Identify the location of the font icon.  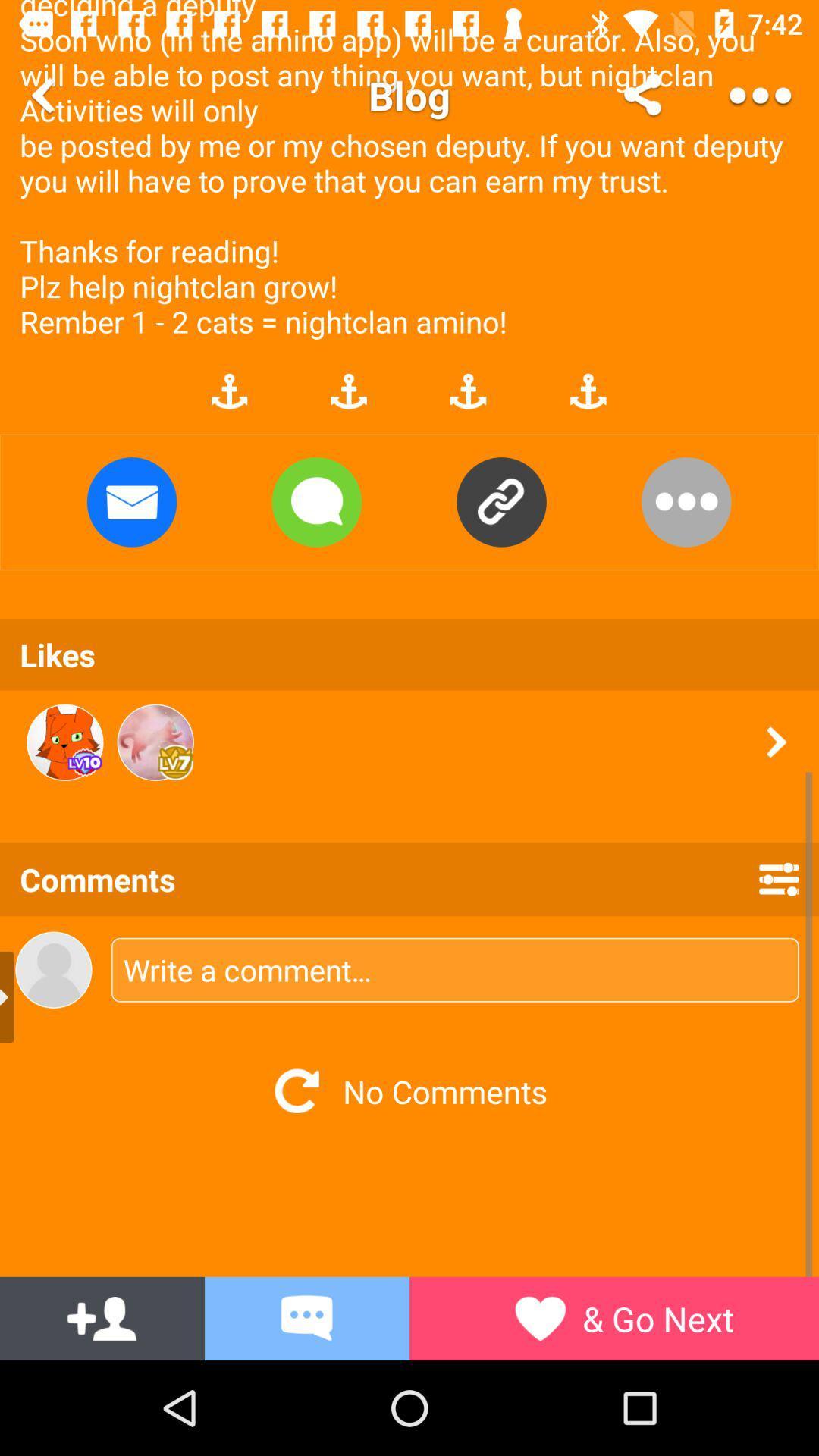
(102, 1317).